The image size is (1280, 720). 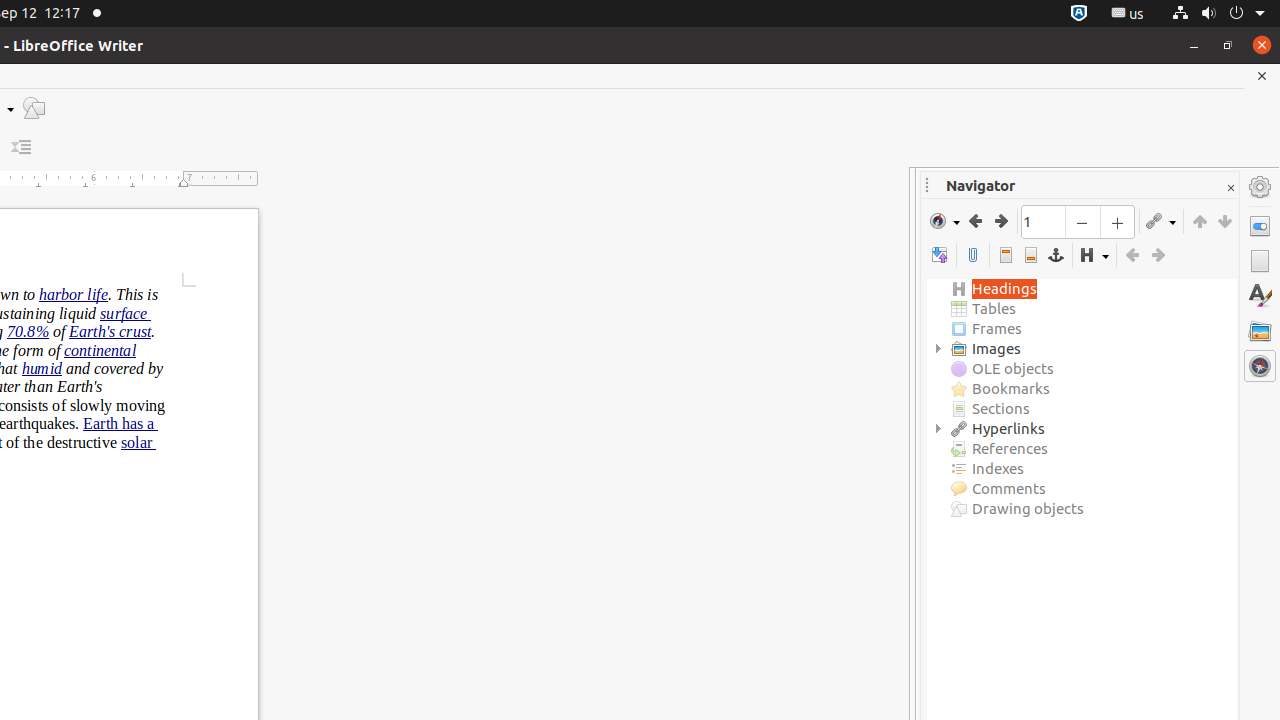 What do you see at coordinates (1127, 13) in the screenshot?
I see `':1.21/StatusNotifierItem'` at bounding box center [1127, 13].